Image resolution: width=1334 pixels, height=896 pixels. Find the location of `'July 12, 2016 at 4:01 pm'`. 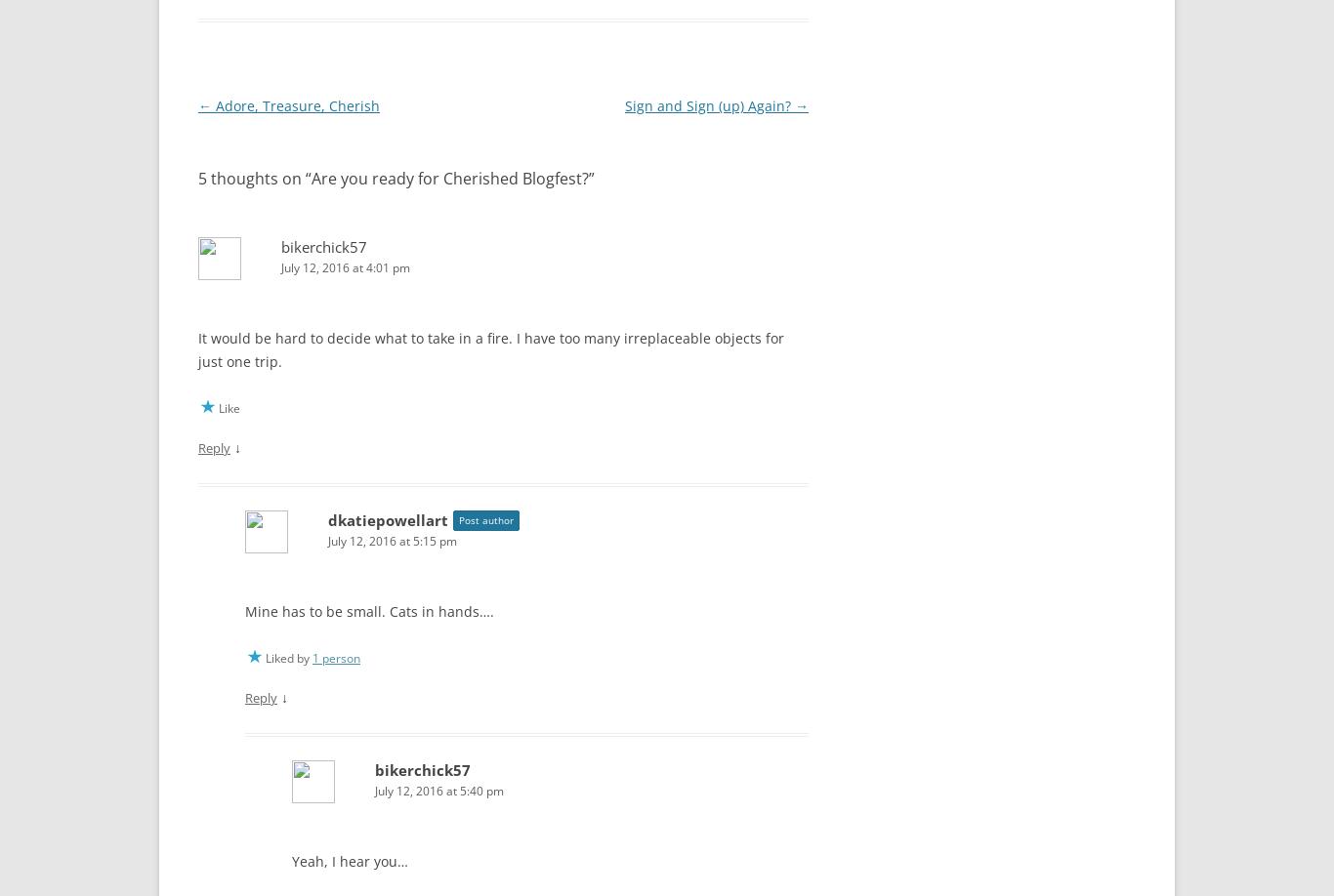

'July 12, 2016 at 4:01 pm' is located at coordinates (345, 261).